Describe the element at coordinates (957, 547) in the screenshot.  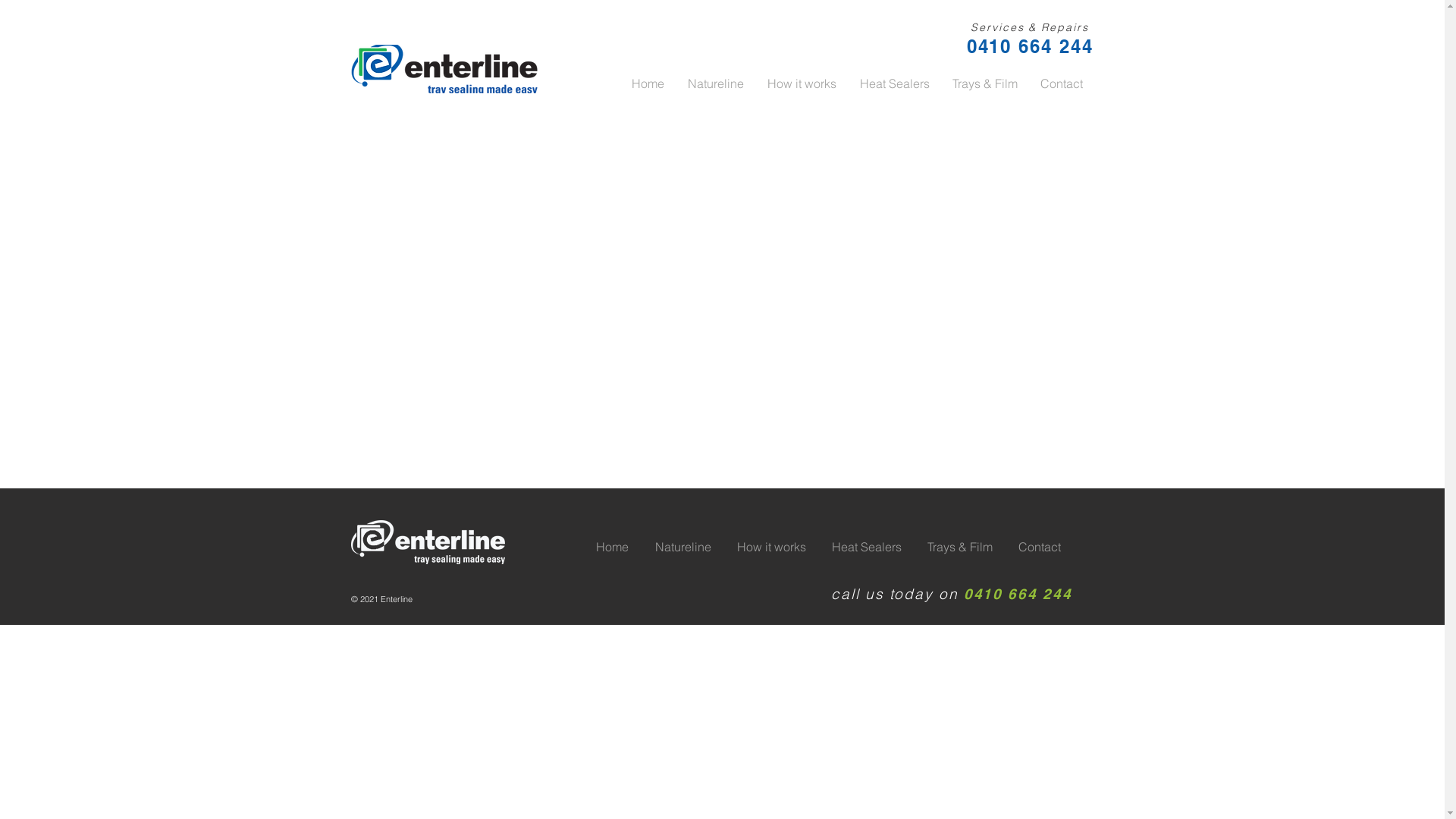
I see `'Trays & Film'` at that location.